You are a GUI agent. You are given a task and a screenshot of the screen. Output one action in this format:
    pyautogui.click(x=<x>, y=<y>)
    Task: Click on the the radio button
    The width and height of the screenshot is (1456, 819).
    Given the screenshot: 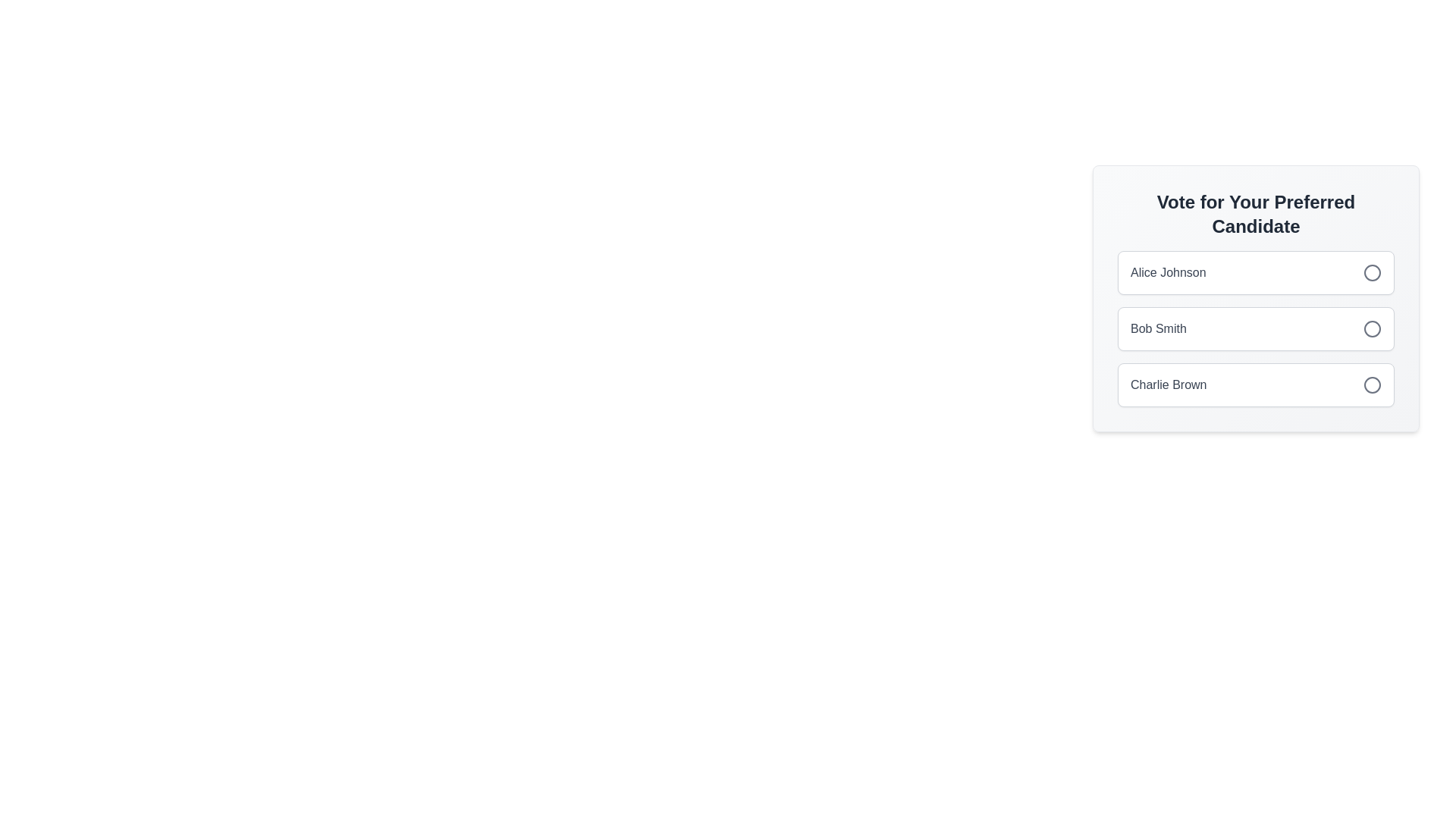 What is the action you would take?
    pyautogui.click(x=1256, y=271)
    